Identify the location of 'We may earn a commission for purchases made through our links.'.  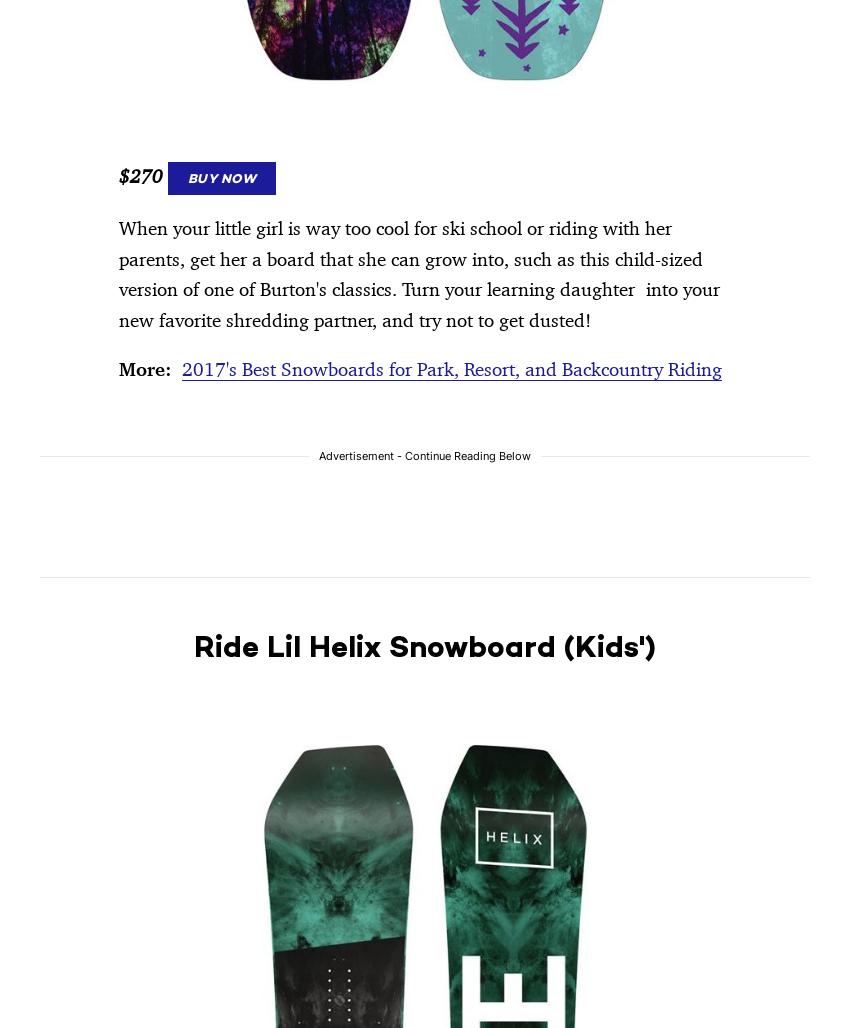
(246, 148).